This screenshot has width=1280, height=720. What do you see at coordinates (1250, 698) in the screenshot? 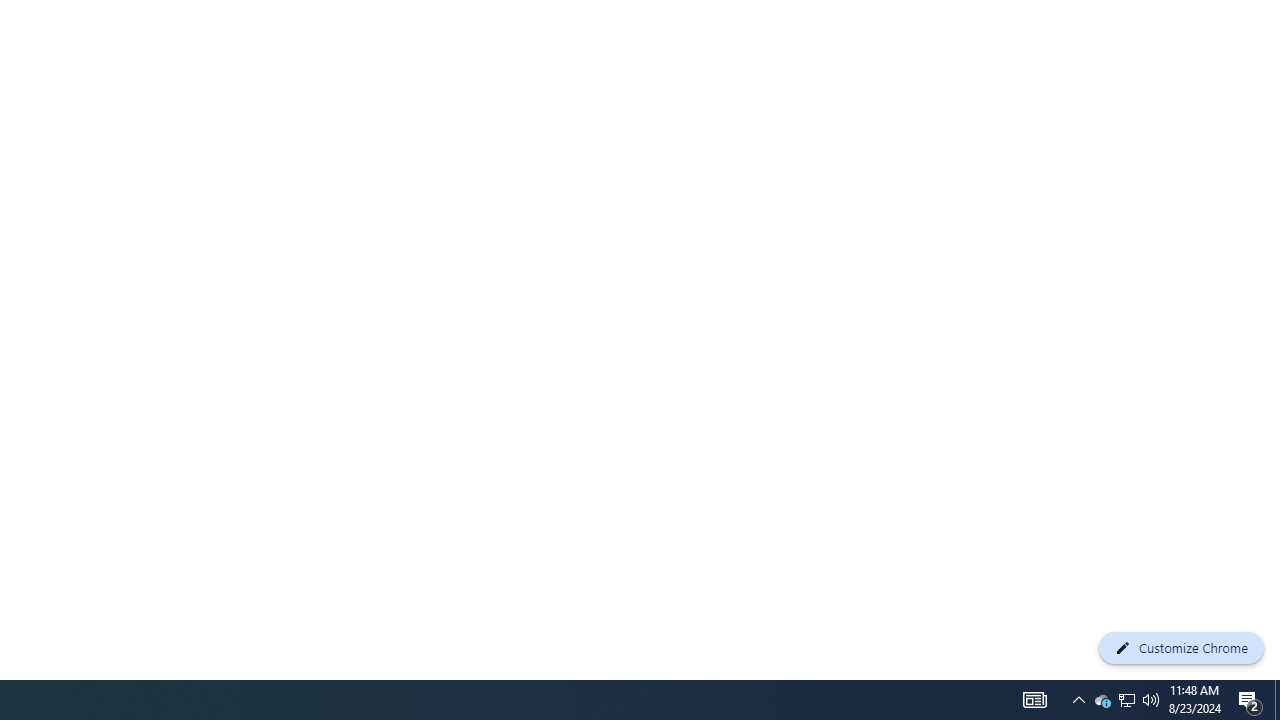
I see `'Action Center, 2 new notifications'` at bounding box center [1250, 698].